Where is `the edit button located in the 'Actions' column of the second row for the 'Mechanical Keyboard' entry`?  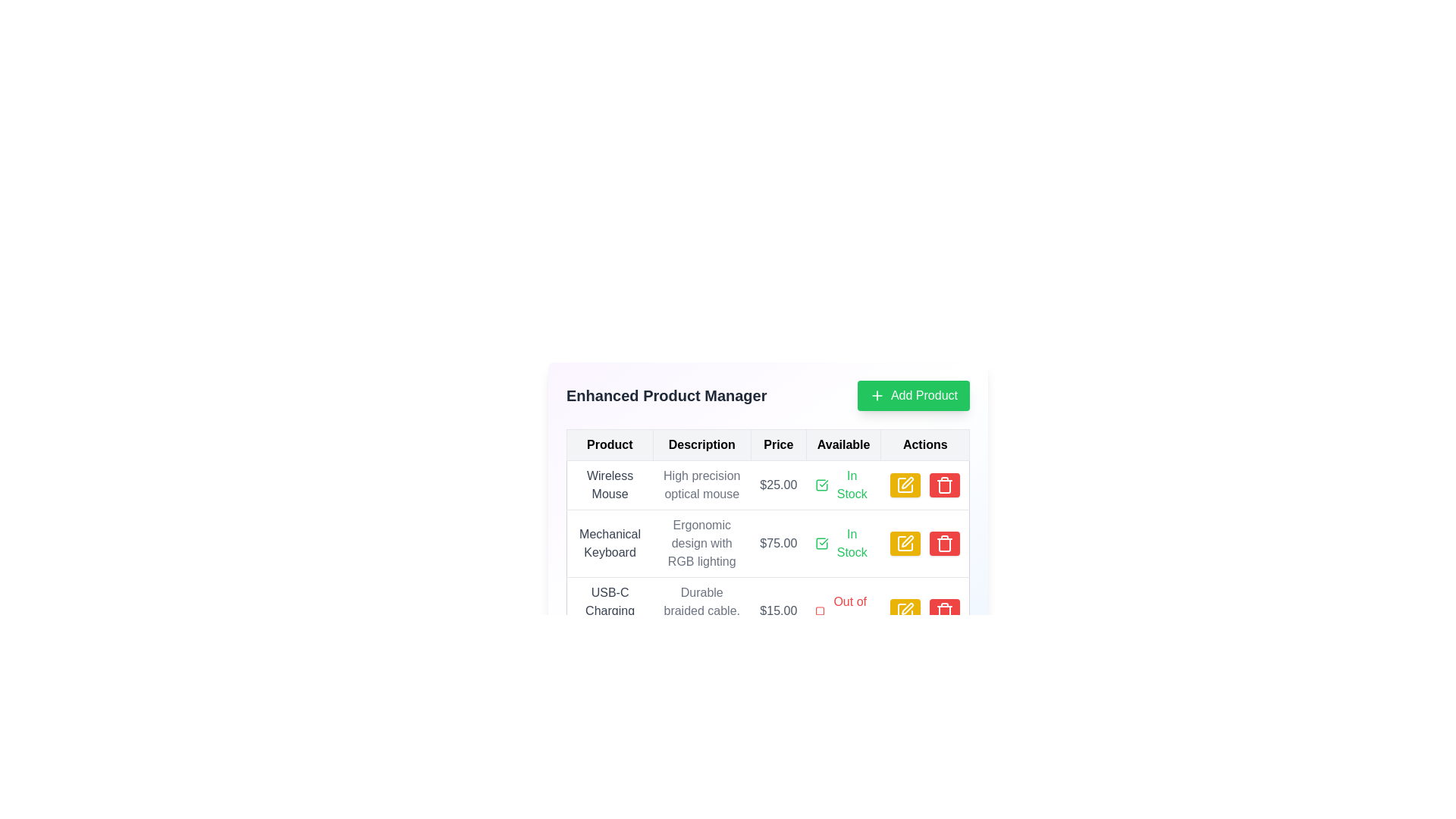
the edit button located in the 'Actions' column of the second row for the 'Mechanical Keyboard' entry is located at coordinates (905, 543).